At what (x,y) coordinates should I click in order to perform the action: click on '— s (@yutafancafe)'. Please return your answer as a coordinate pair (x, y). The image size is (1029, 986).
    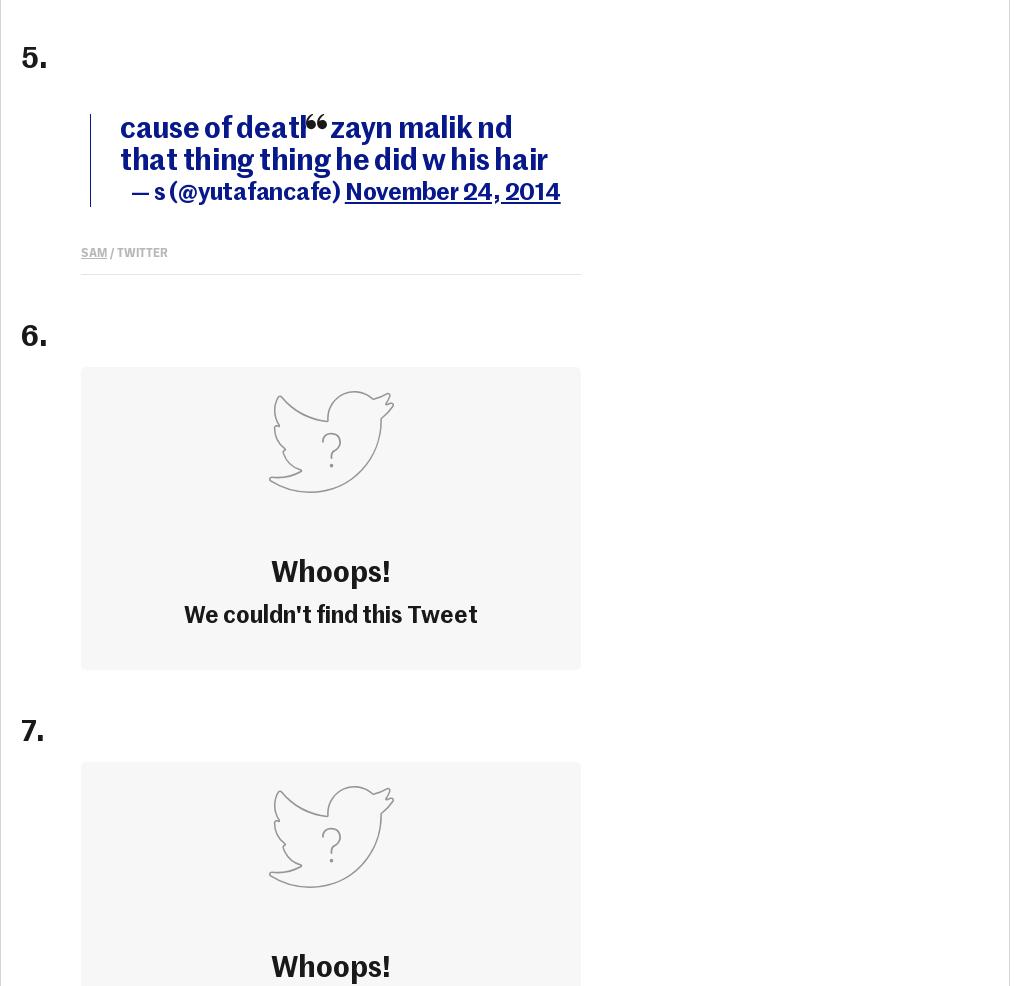
    Looking at the image, I should click on (236, 190).